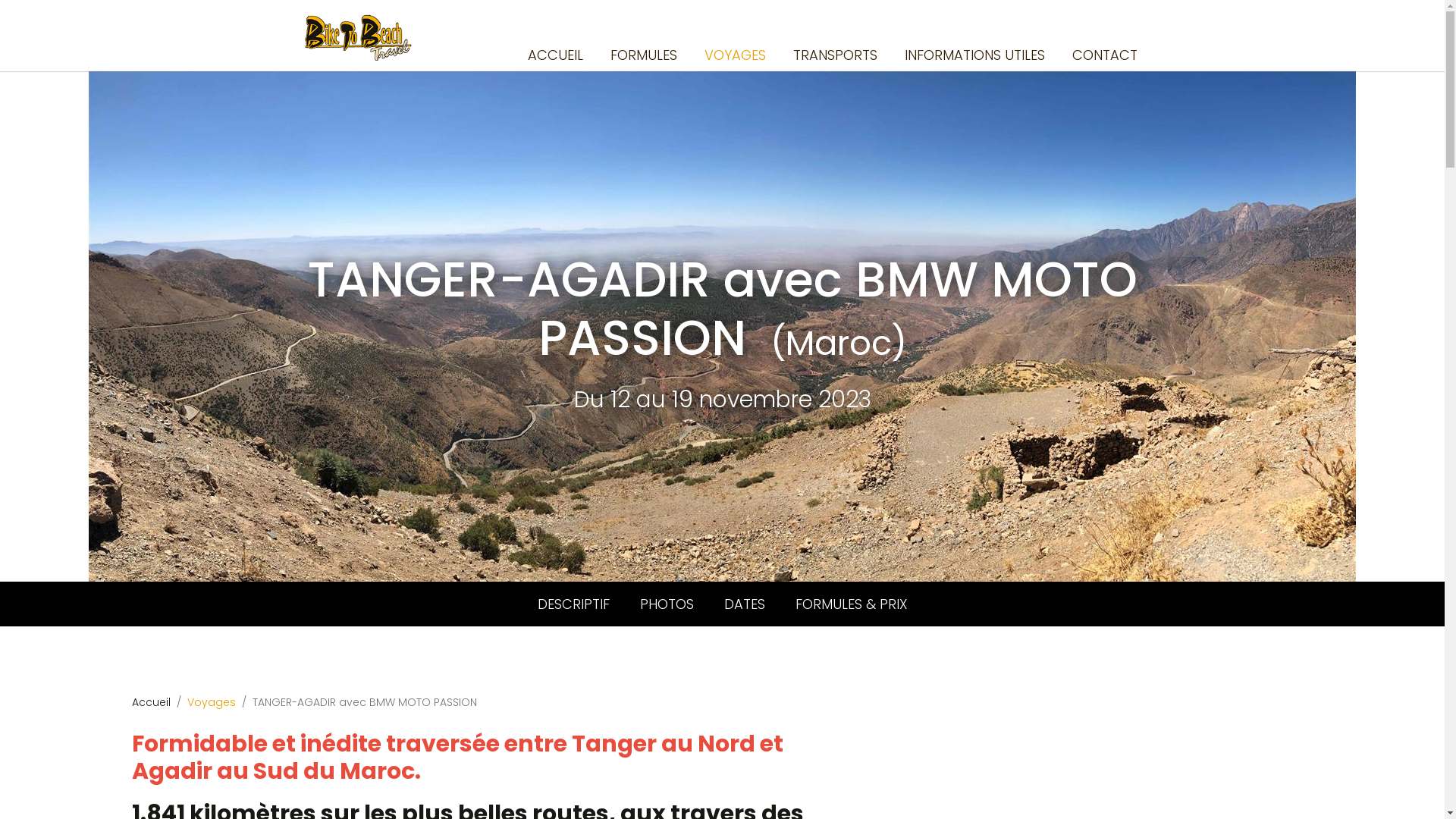 This screenshot has height=819, width=1456. I want to click on 'CONTACT', so click(1065, 54).